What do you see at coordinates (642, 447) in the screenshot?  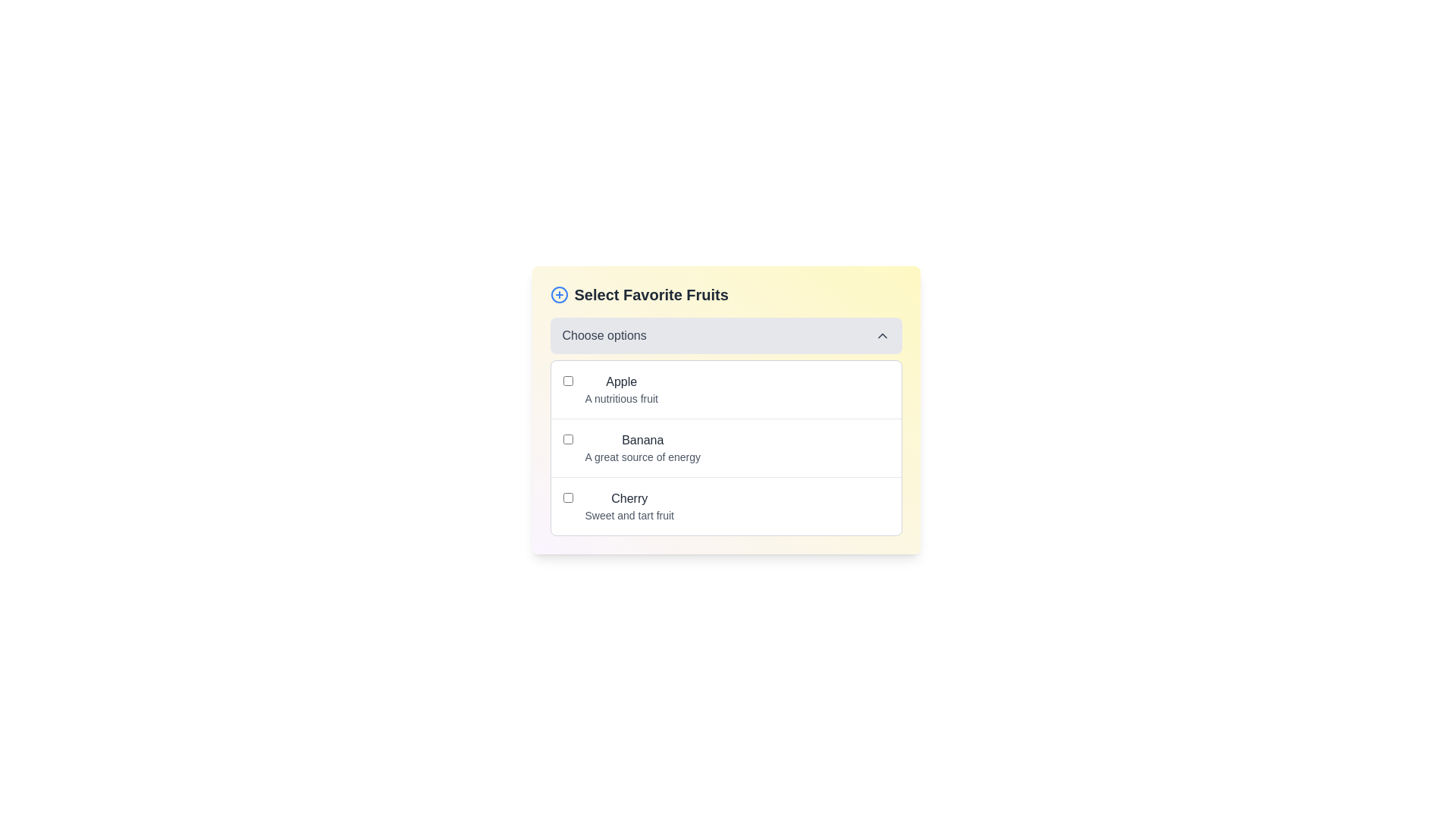 I see `information displayed in the text label that shows 'Banana' and 'A great source of energy', positioned in the middle of a vertical list of items` at bounding box center [642, 447].